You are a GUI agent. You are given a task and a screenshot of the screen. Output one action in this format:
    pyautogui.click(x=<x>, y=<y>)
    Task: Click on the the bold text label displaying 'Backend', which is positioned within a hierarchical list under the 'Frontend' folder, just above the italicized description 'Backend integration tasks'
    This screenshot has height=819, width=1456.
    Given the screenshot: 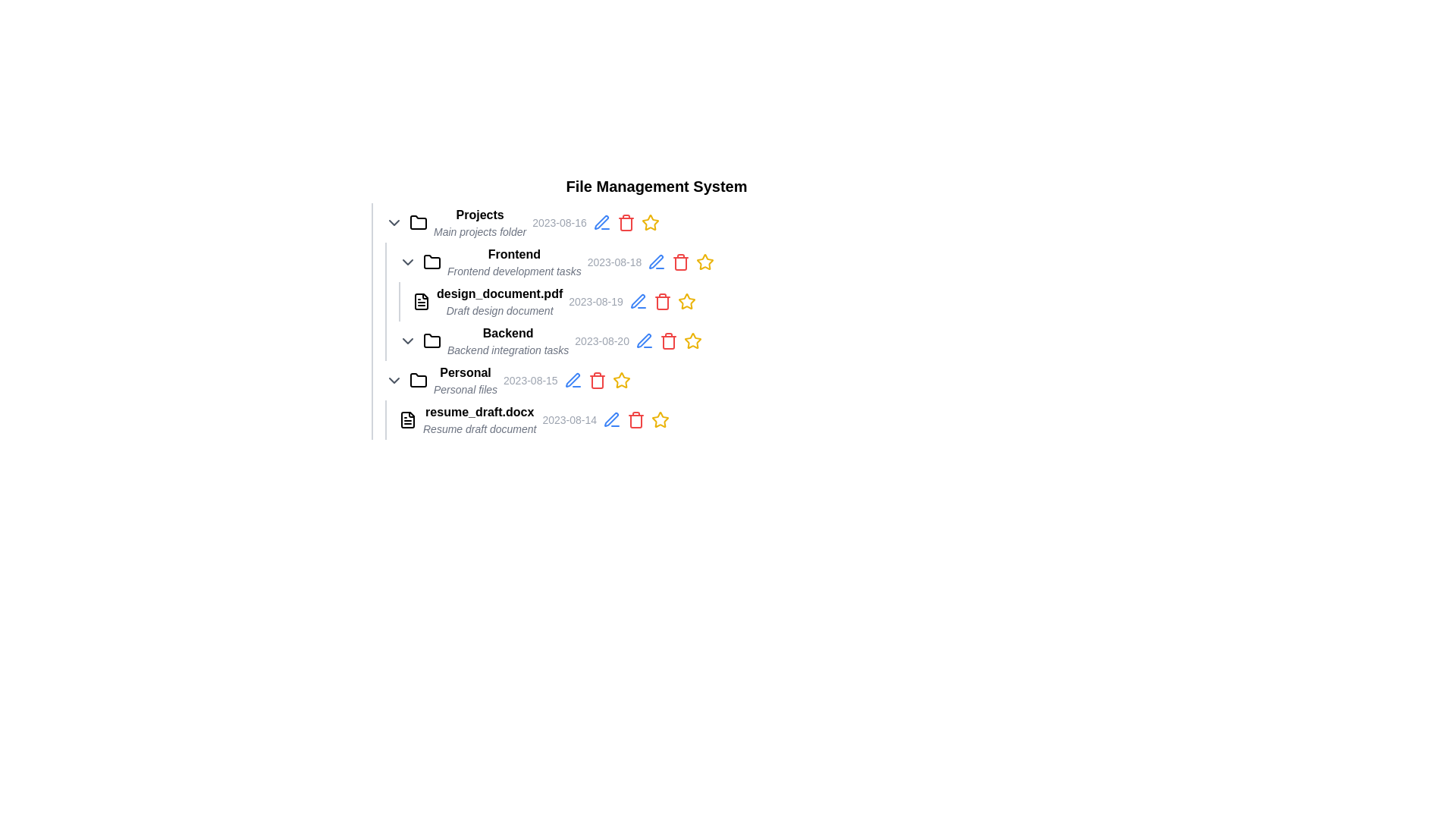 What is the action you would take?
    pyautogui.click(x=508, y=332)
    